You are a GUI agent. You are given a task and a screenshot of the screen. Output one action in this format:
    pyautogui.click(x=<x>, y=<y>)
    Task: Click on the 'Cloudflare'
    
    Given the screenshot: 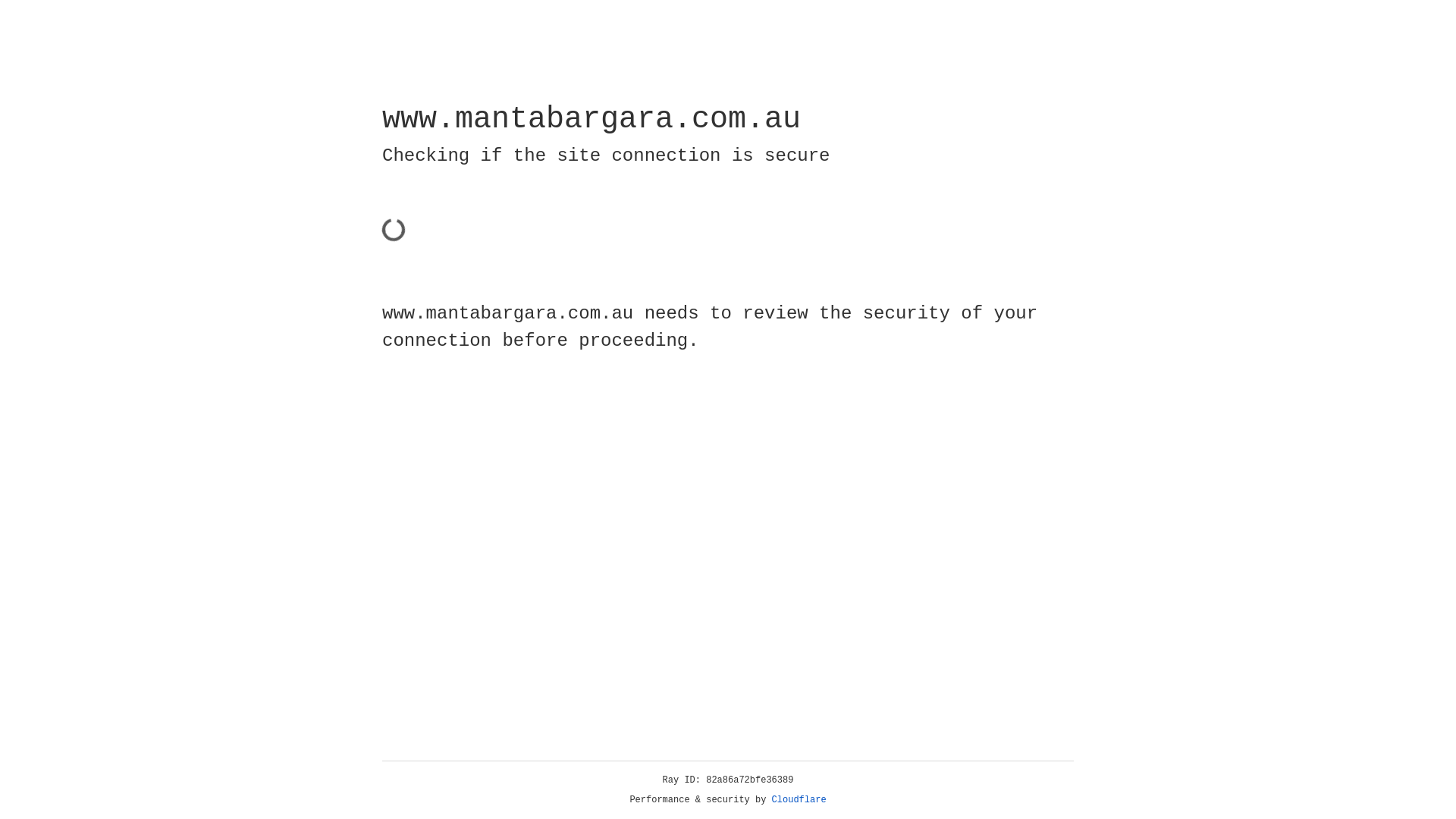 What is the action you would take?
    pyautogui.click(x=771, y=799)
    